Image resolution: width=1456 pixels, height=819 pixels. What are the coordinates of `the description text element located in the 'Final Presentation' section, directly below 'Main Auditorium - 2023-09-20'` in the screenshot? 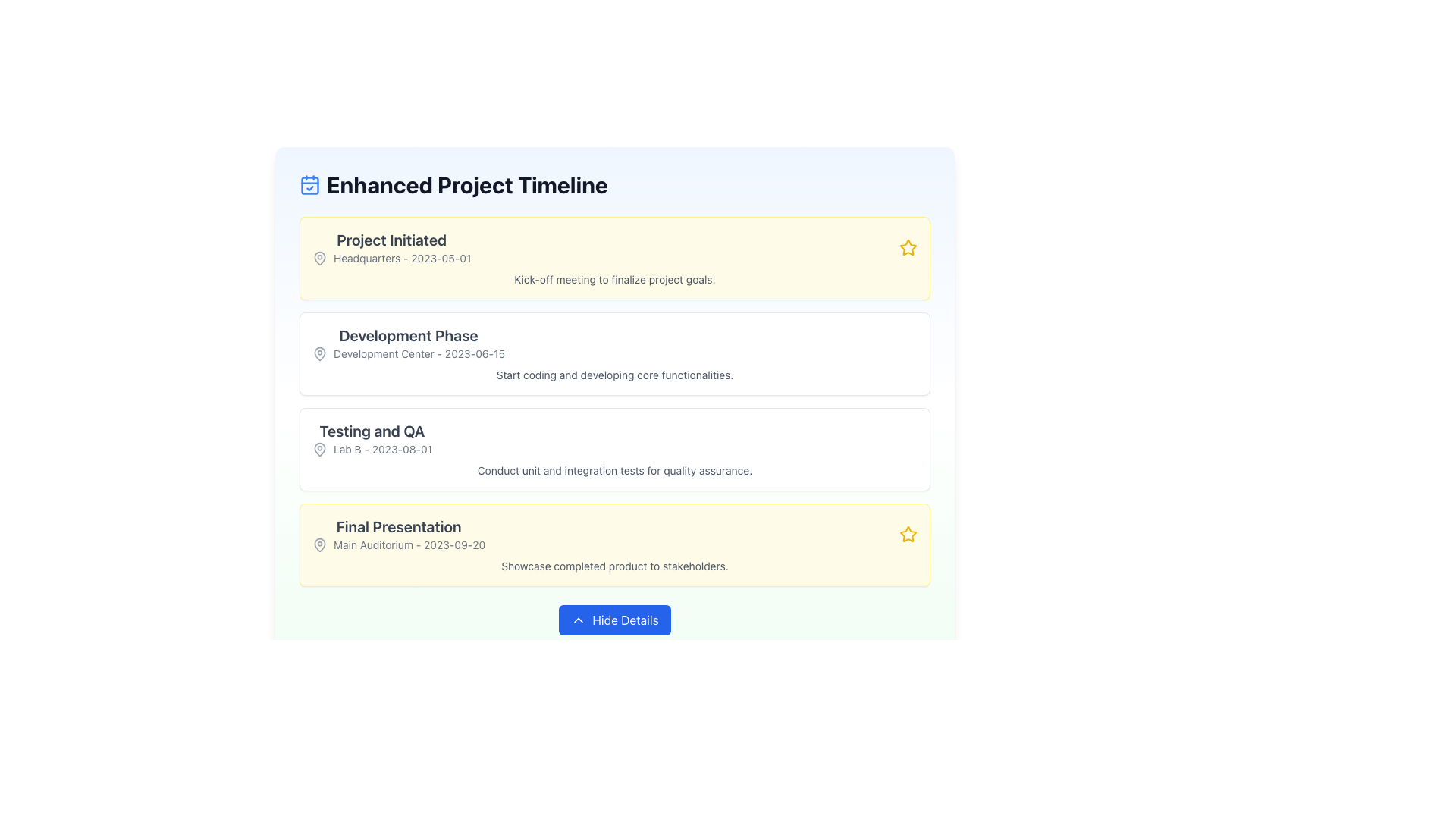 It's located at (615, 566).